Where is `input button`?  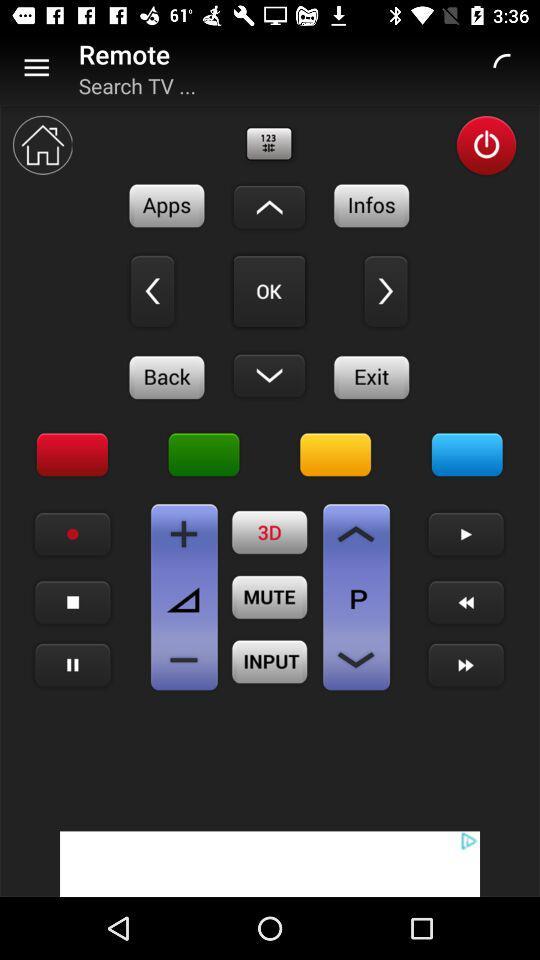
input button is located at coordinates (270, 661).